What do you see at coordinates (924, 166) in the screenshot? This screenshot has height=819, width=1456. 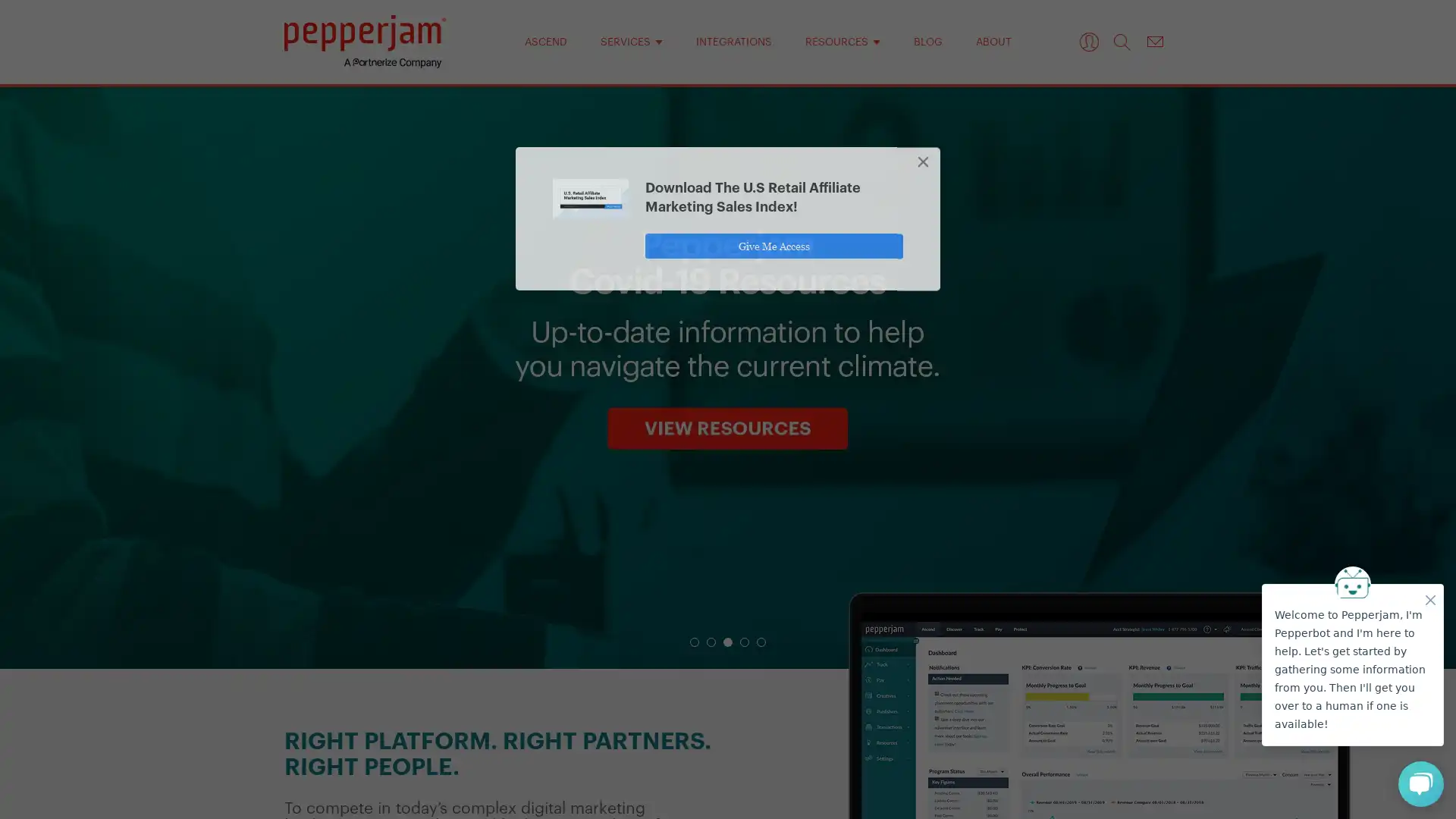 I see `Close` at bounding box center [924, 166].